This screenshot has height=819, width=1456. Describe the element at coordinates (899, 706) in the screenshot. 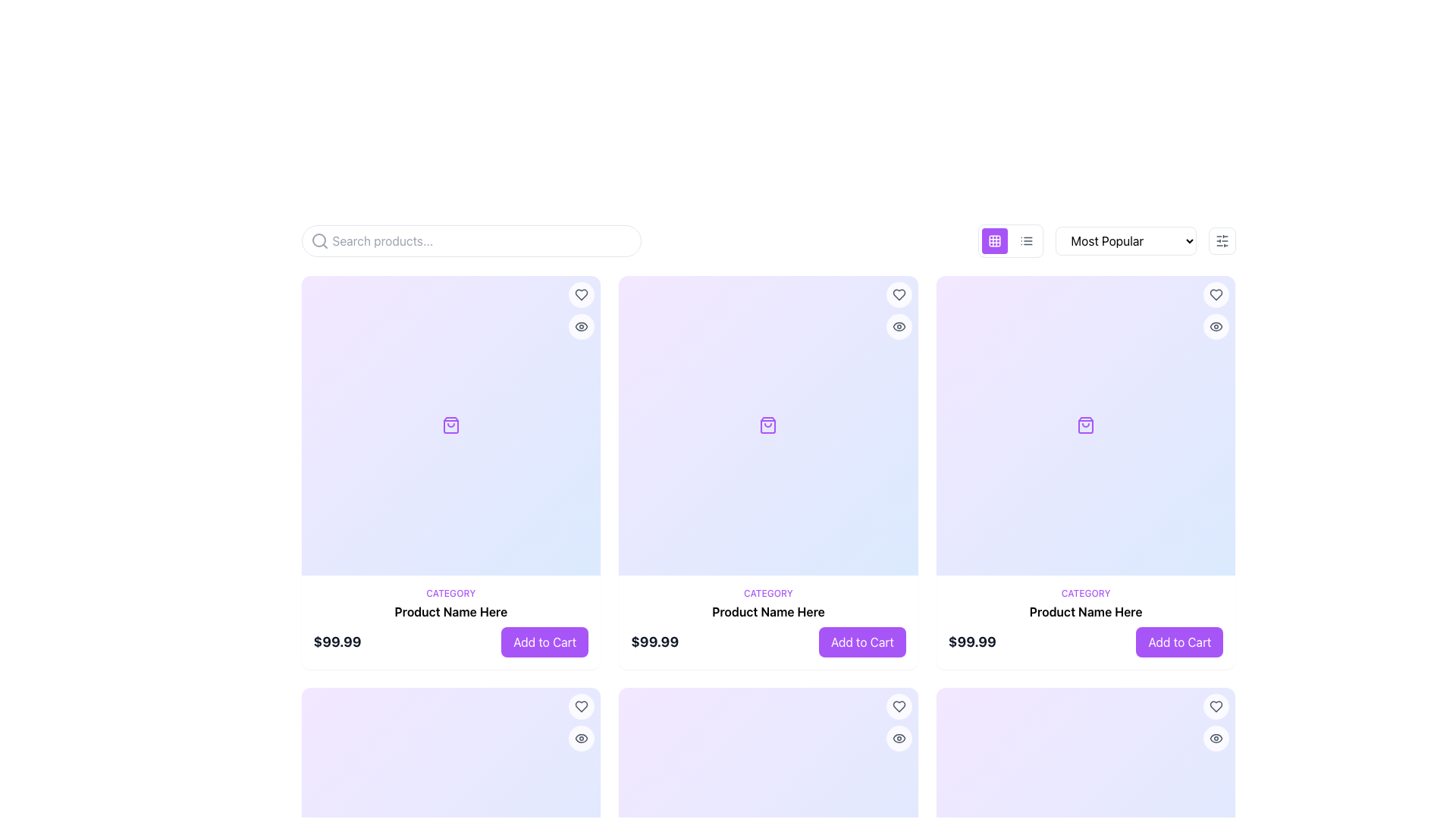

I see `the heart-shaped icon in the top-right corner of the second product card in the first row to mark or unmark the product as favorite` at that location.